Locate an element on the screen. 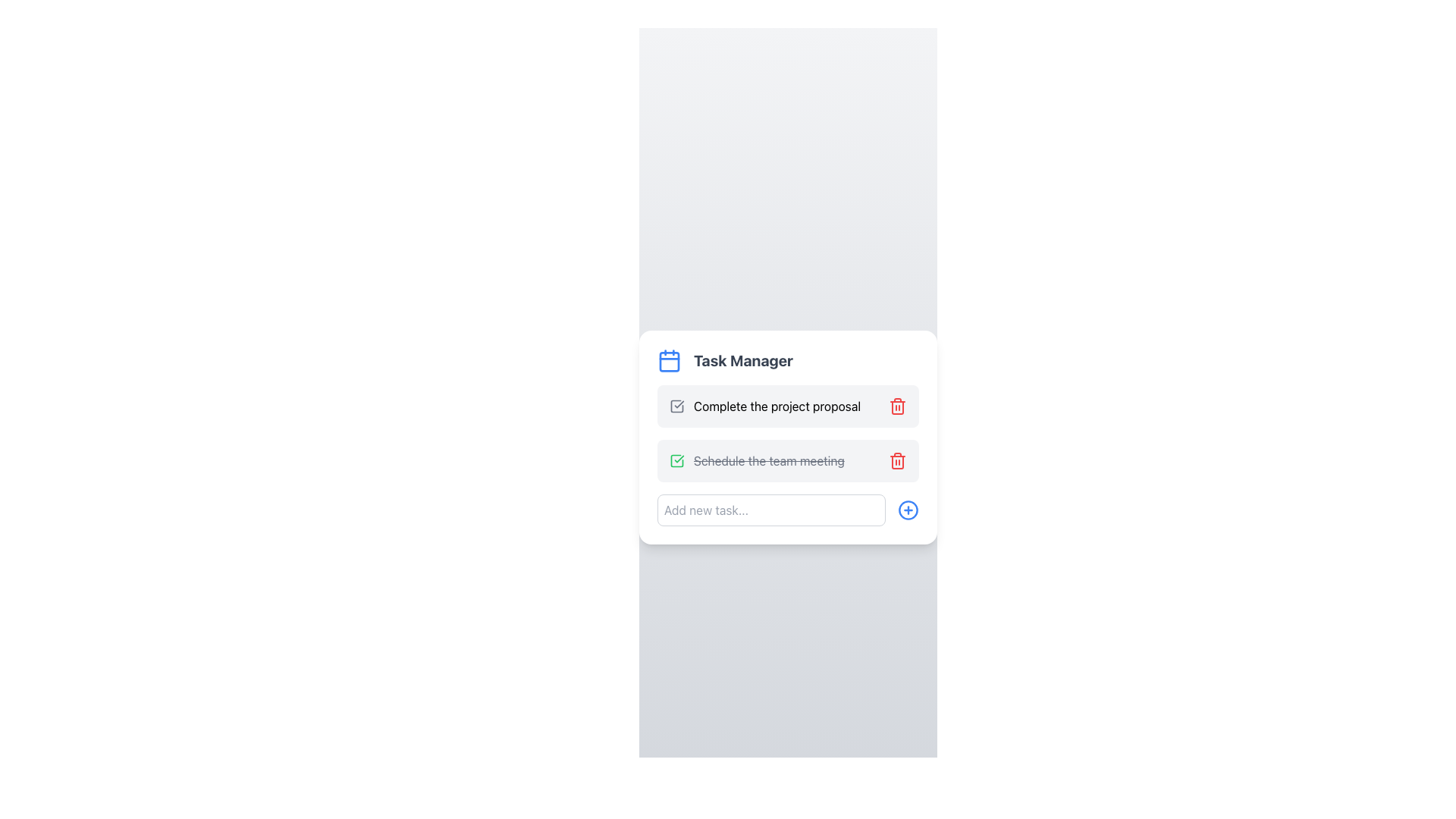 Image resolution: width=1456 pixels, height=819 pixels. the task item displaying the title 'Schedule the team meeting' with a strikethrough styling is located at coordinates (757, 460).